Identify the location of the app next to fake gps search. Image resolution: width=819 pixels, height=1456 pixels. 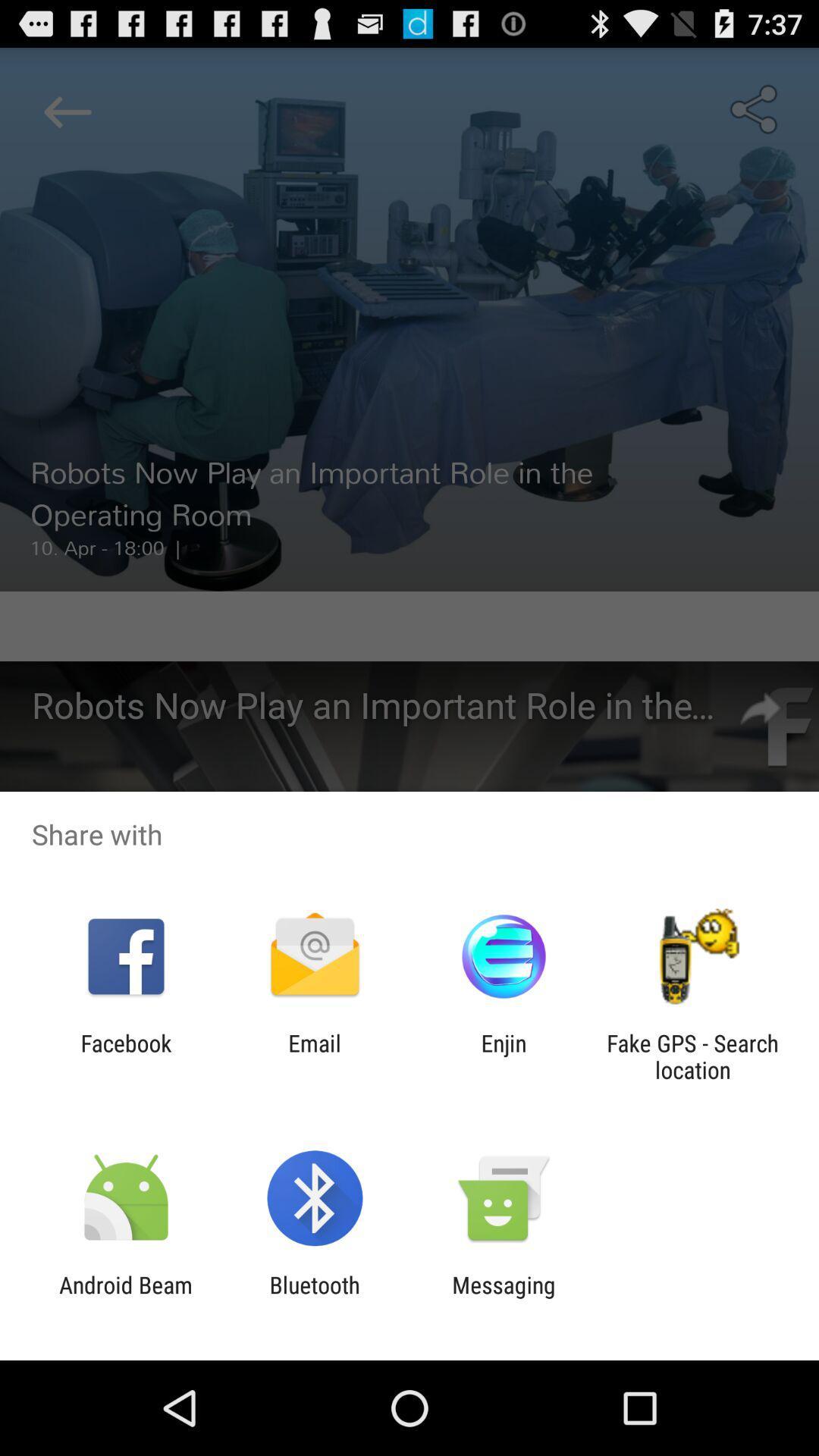
(504, 1056).